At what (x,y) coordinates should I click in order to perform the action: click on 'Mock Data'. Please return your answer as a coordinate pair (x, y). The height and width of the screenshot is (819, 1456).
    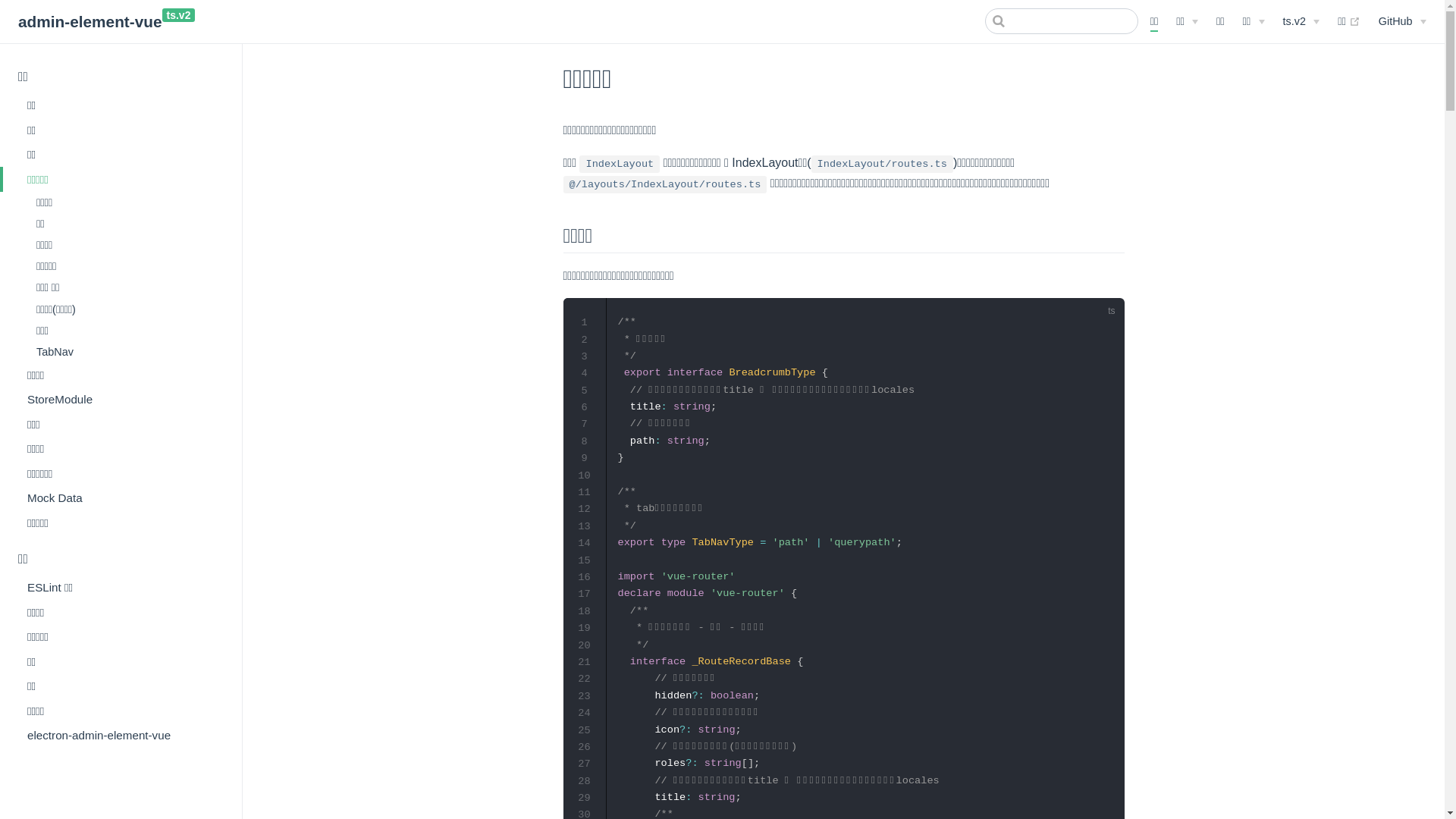
    Looking at the image, I should click on (120, 497).